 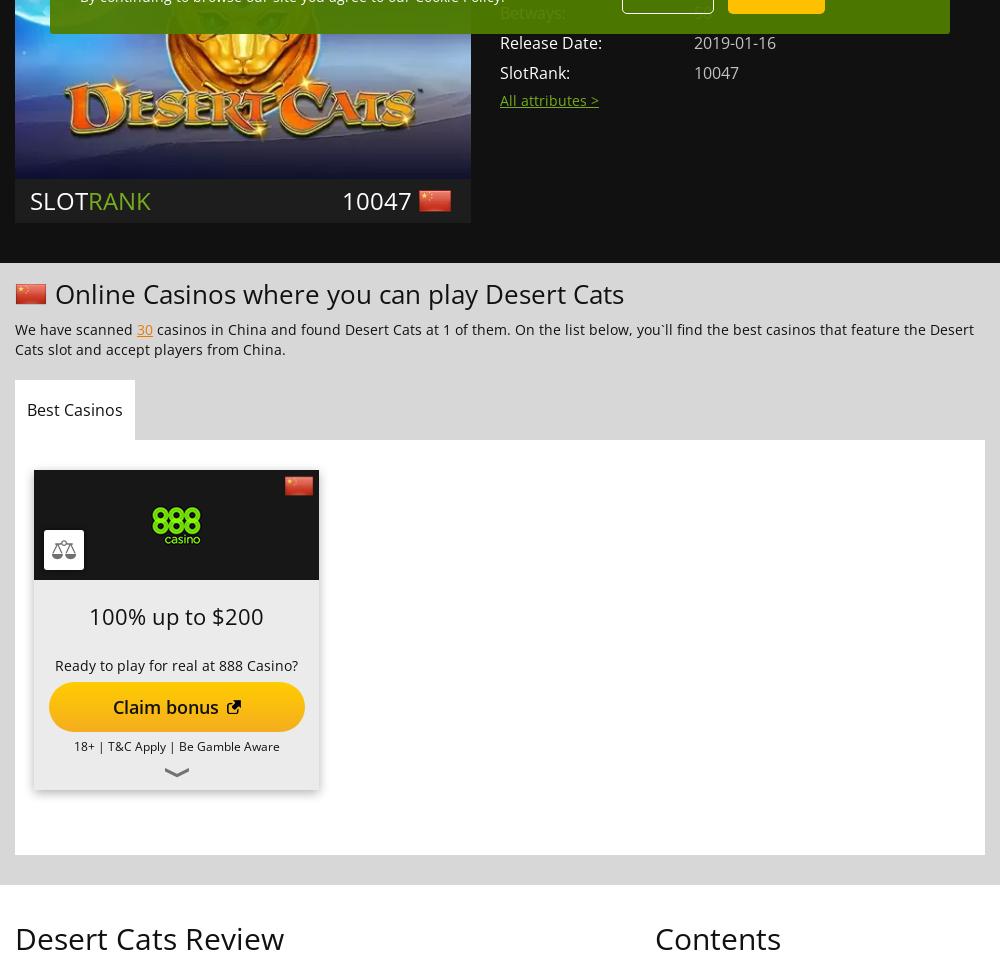 What do you see at coordinates (717, 937) in the screenshot?
I see `'Contents'` at bounding box center [717, 937].